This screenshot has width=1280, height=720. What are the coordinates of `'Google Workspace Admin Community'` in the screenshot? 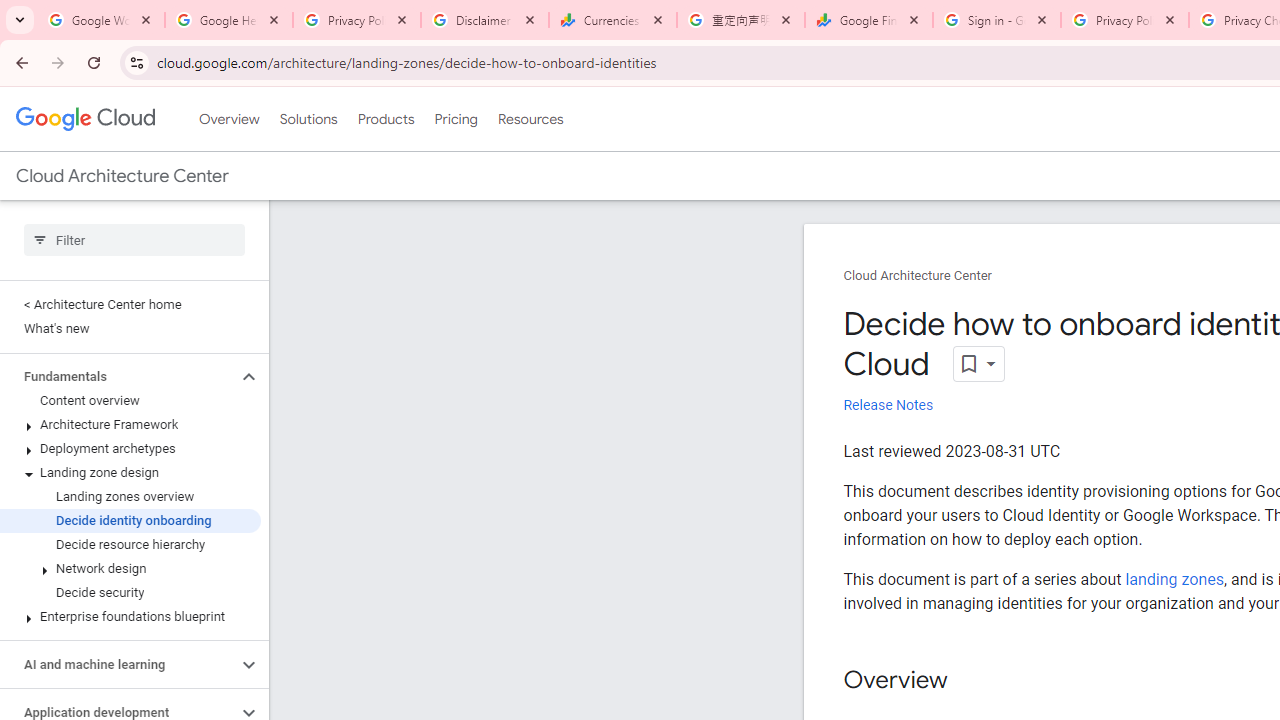 It's located at (100, 20).